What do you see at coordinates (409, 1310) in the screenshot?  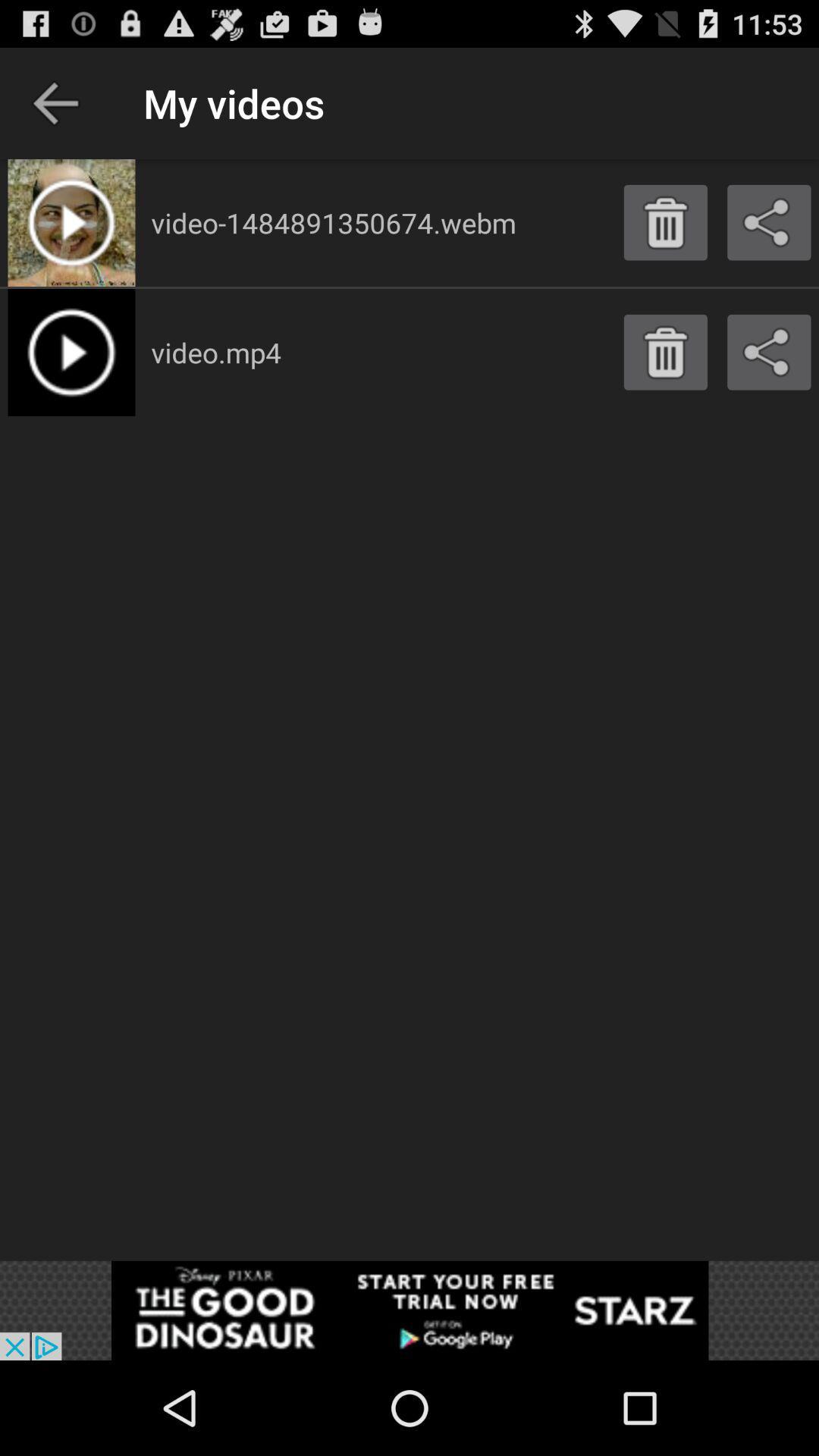 I see `advertisement` at bounding box center [409, 1310].